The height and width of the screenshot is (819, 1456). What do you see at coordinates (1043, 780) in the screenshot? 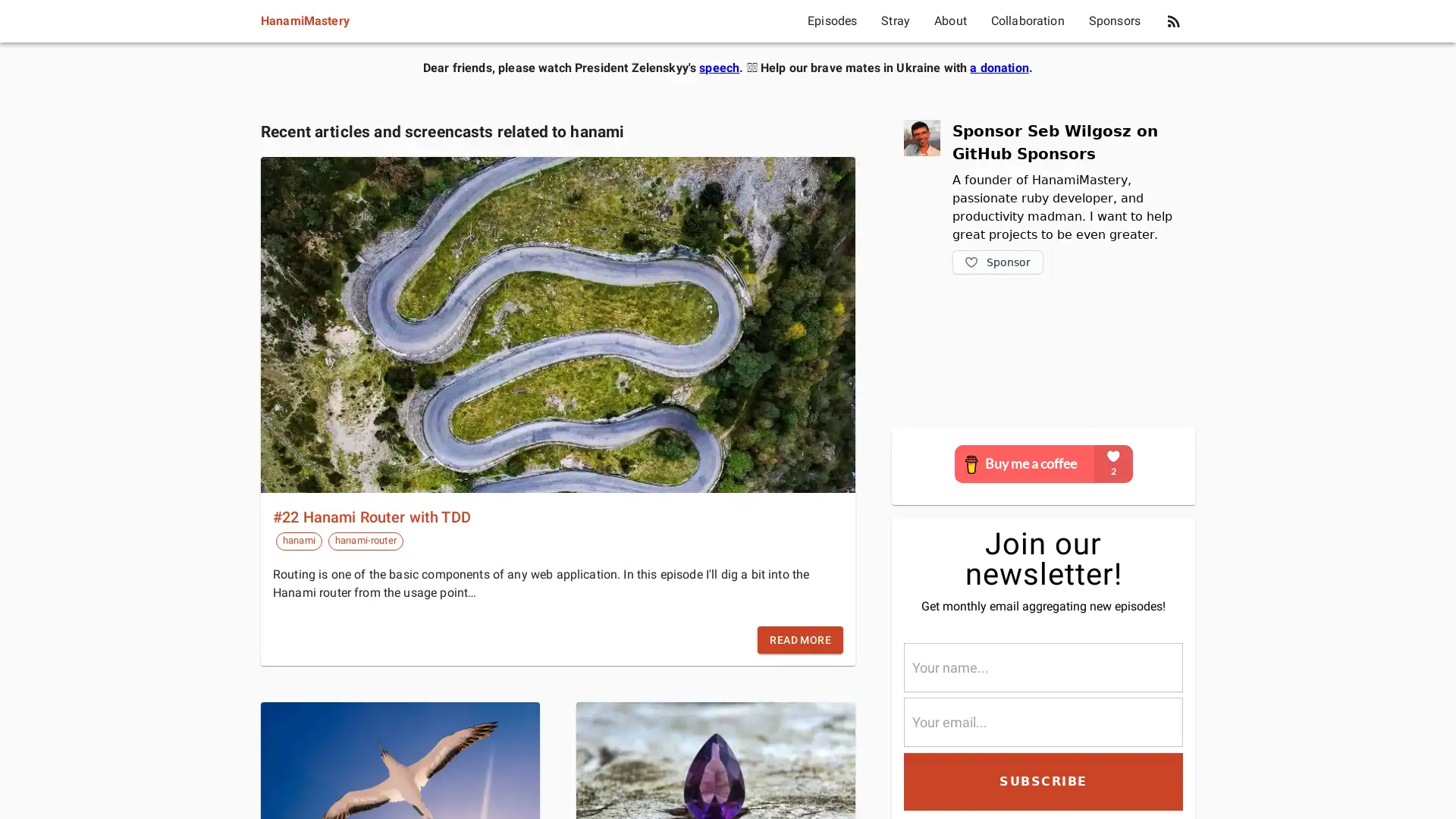
I see `SUBSCRIBE` at bounding box center [1043, 780].